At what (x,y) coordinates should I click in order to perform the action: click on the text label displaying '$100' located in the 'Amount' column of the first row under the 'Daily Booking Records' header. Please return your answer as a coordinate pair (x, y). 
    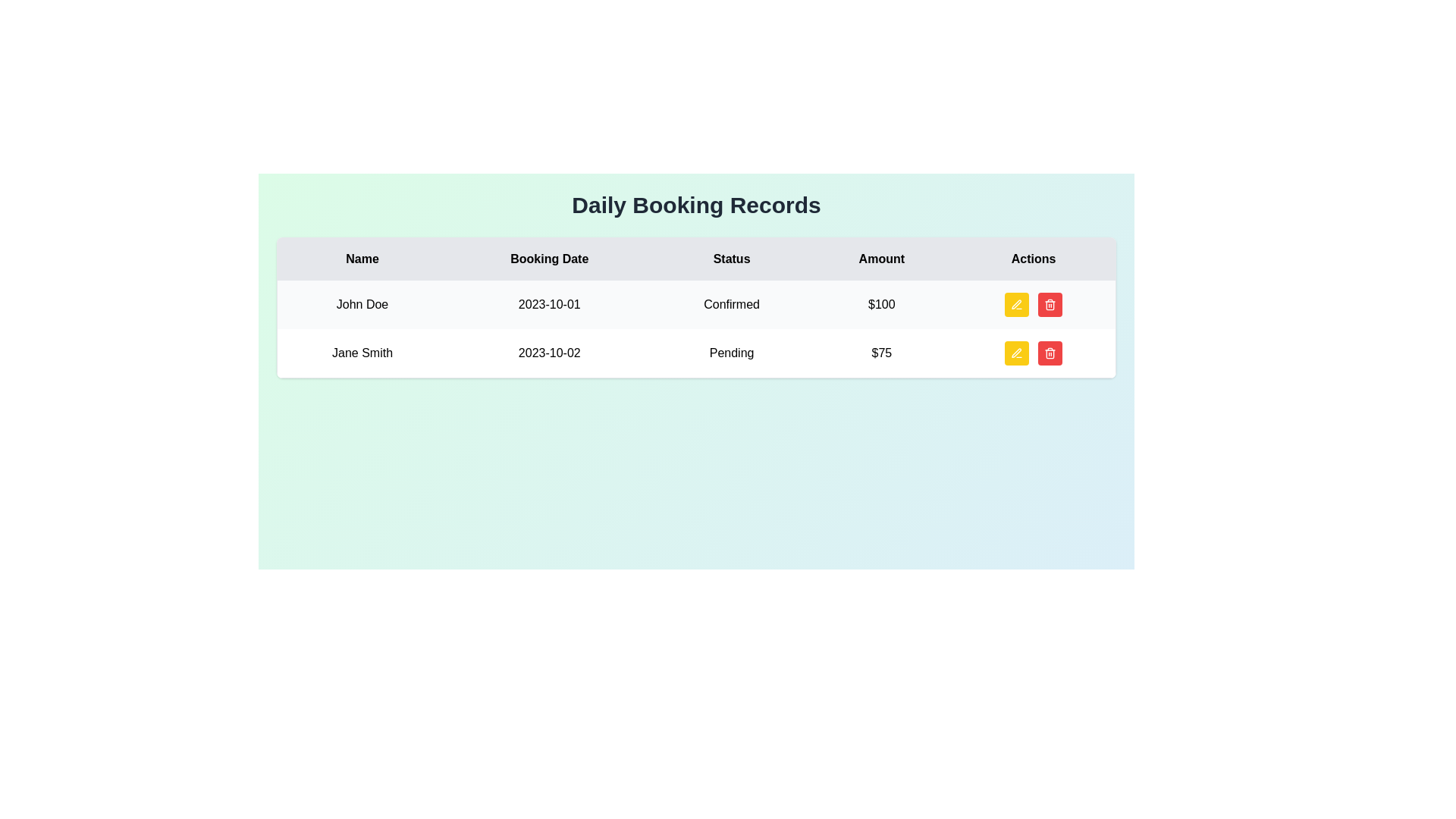
    Looking at the image, I should click on (881, 304).